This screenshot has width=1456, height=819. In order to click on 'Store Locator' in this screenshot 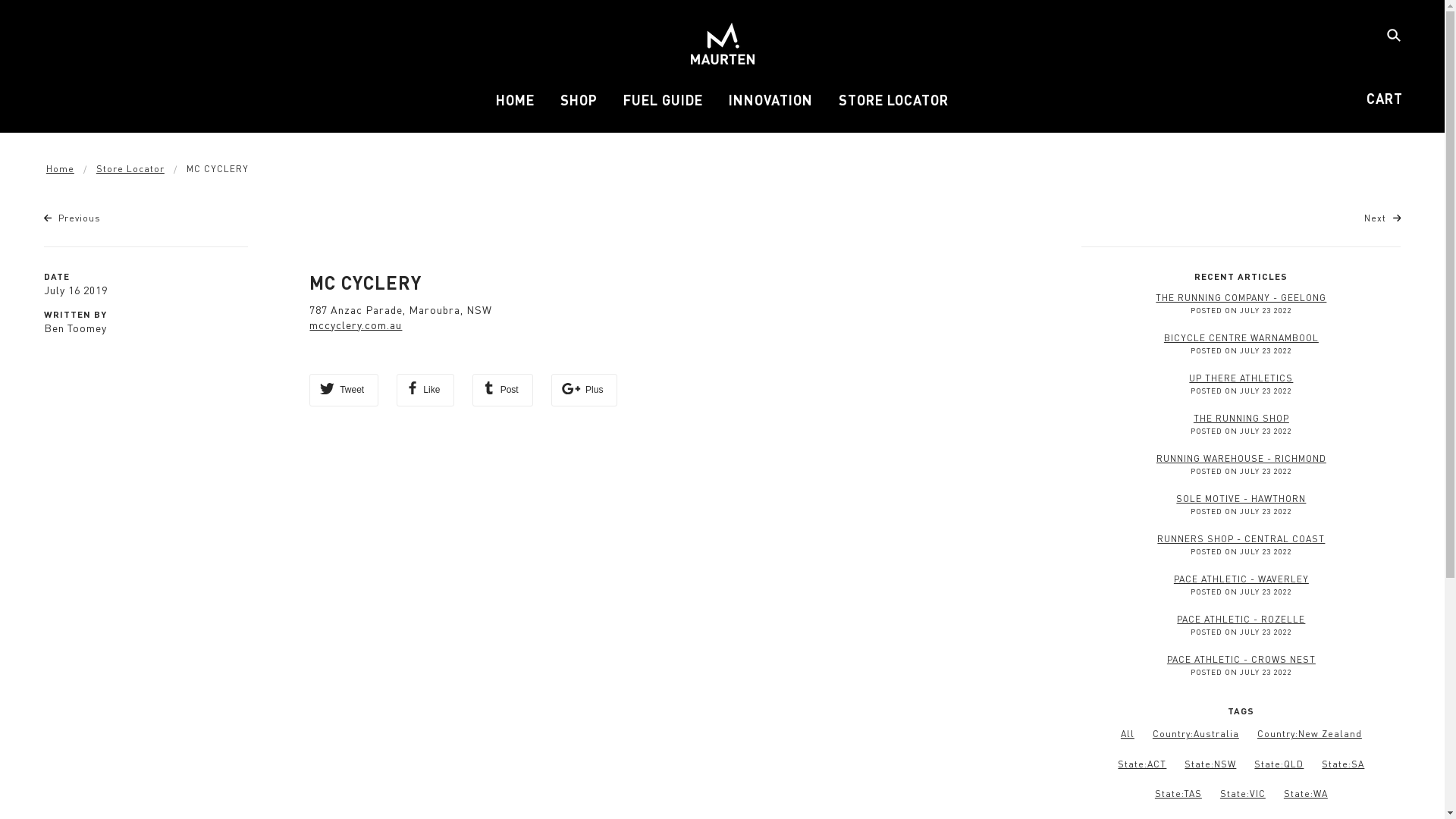, I will do `click(95, 168)`.